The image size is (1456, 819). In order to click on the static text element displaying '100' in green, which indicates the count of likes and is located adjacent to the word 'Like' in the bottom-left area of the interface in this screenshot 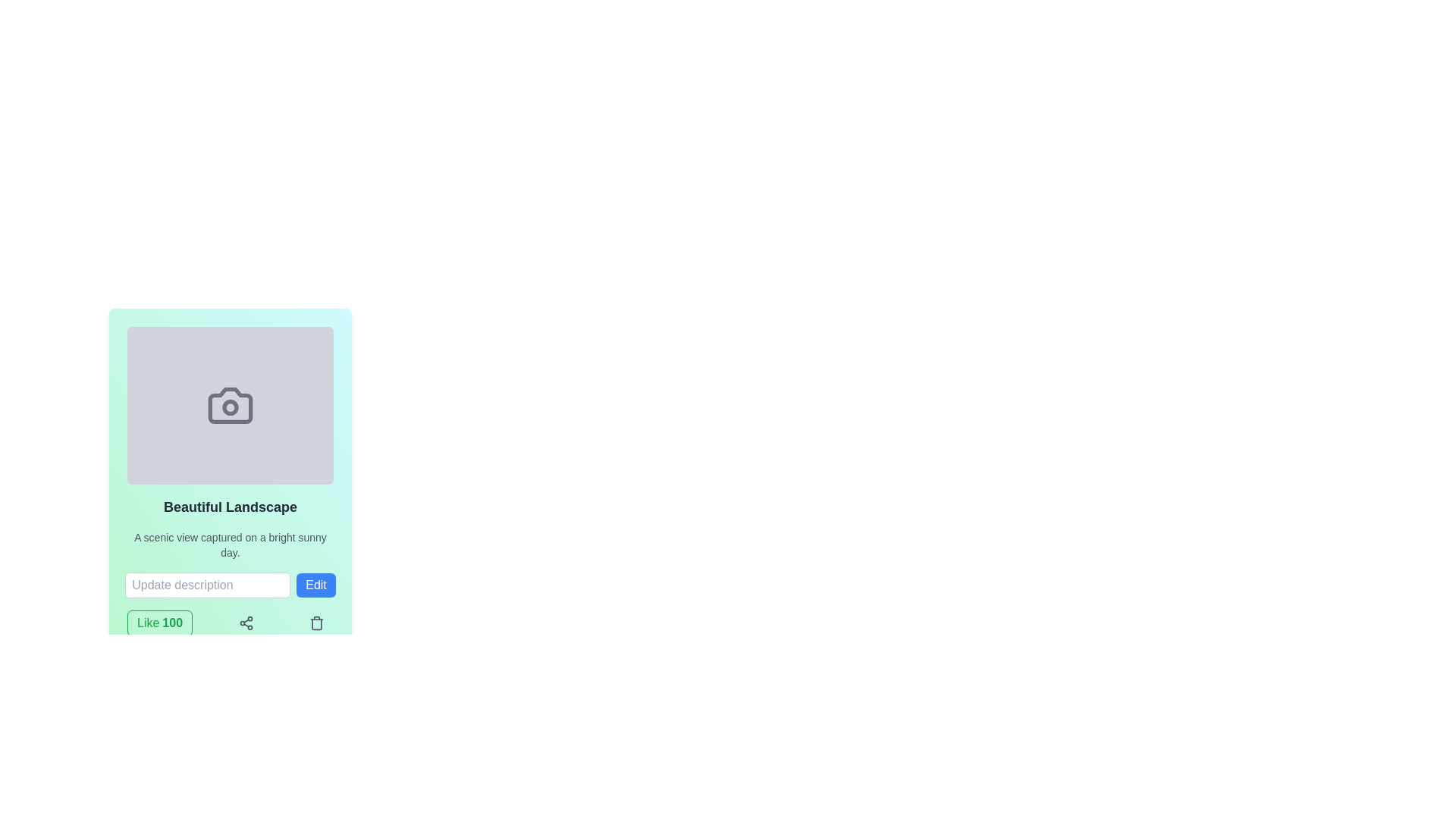, I will do `click(172, 623)`.